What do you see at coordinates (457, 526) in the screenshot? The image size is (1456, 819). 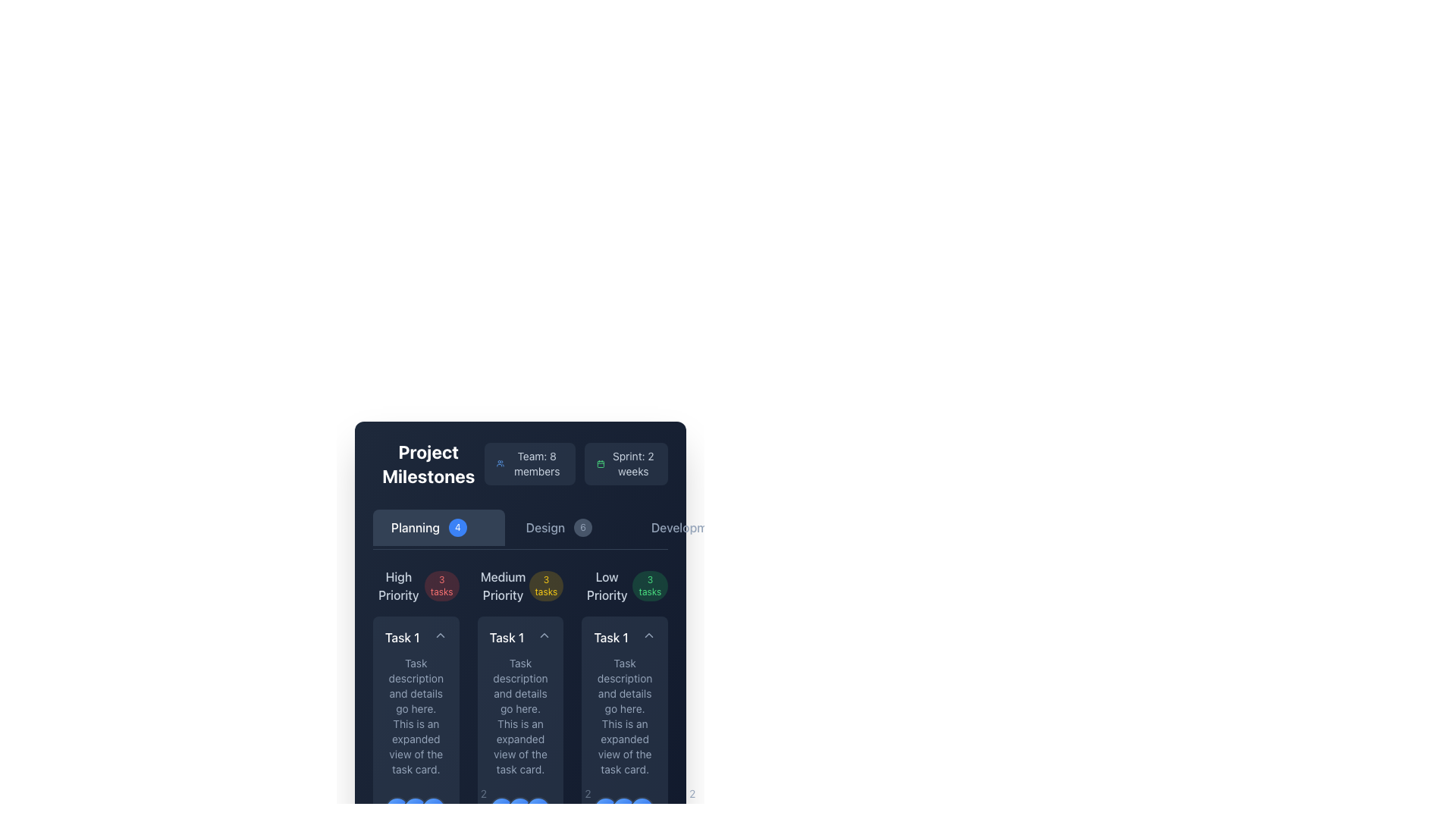 I see `the small circular badge with a blue background and white text '4', located to the right of the text 'Planning'` at bounding box center [457, 526].